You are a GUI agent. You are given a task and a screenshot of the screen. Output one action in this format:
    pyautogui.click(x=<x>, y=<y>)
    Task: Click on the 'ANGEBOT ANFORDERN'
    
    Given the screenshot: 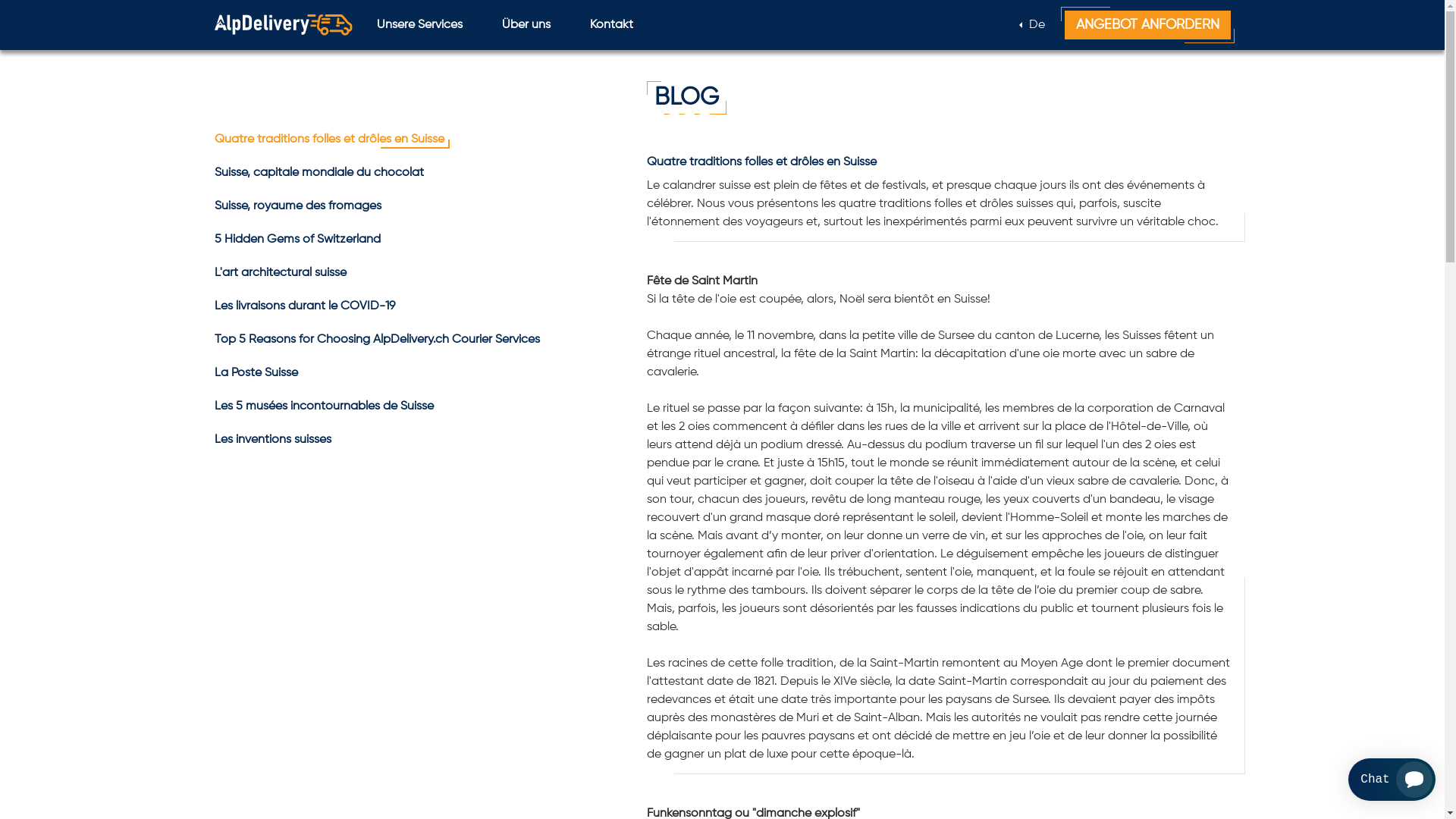 What is the action you would take?
    pyautogui.click(x=1147, y=25)
    